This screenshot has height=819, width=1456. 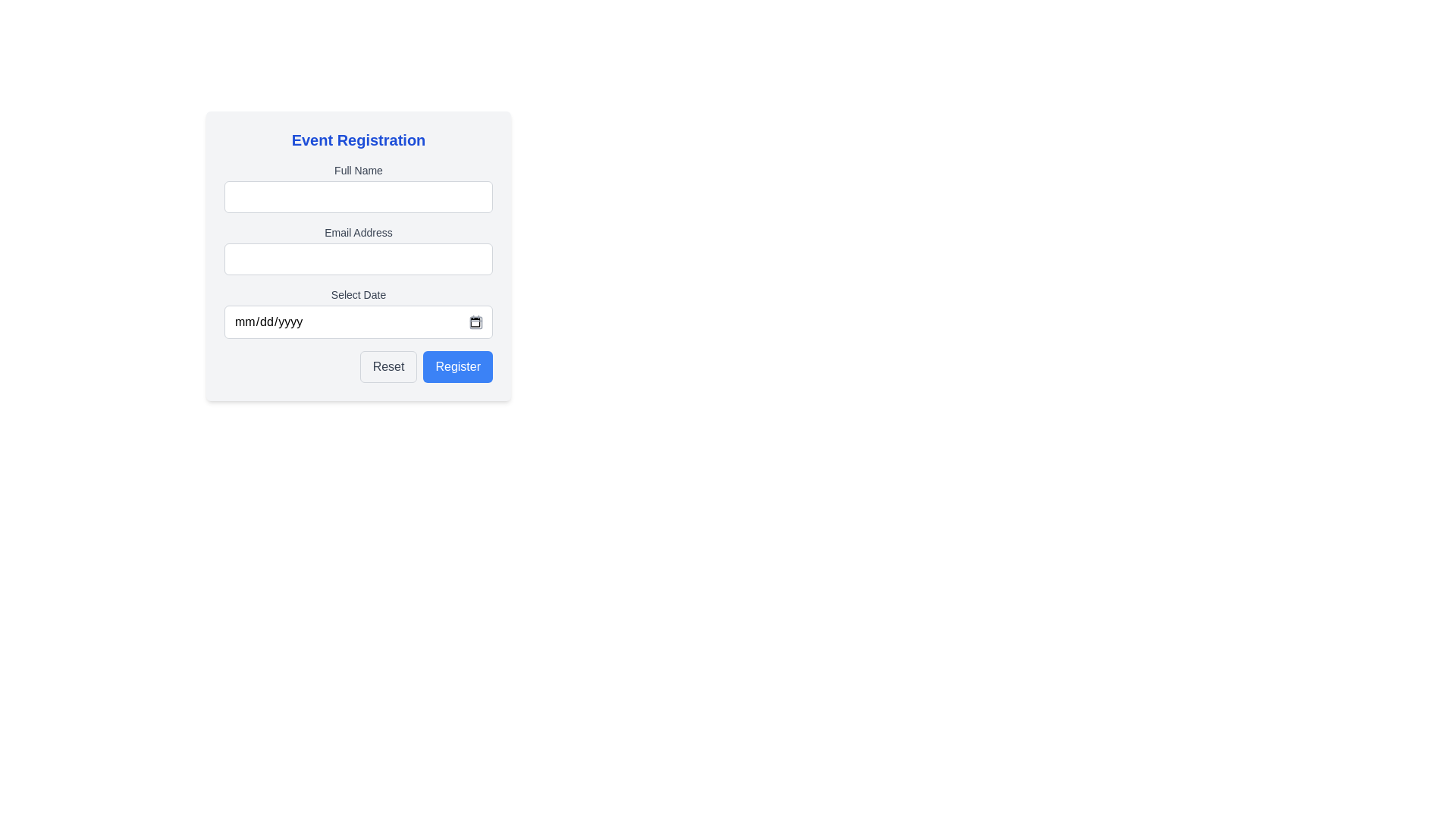 I want to click on the calendar icon, which is a square box with rounded corners located within the 'Select Date' input box, so click(x=475, y=321).